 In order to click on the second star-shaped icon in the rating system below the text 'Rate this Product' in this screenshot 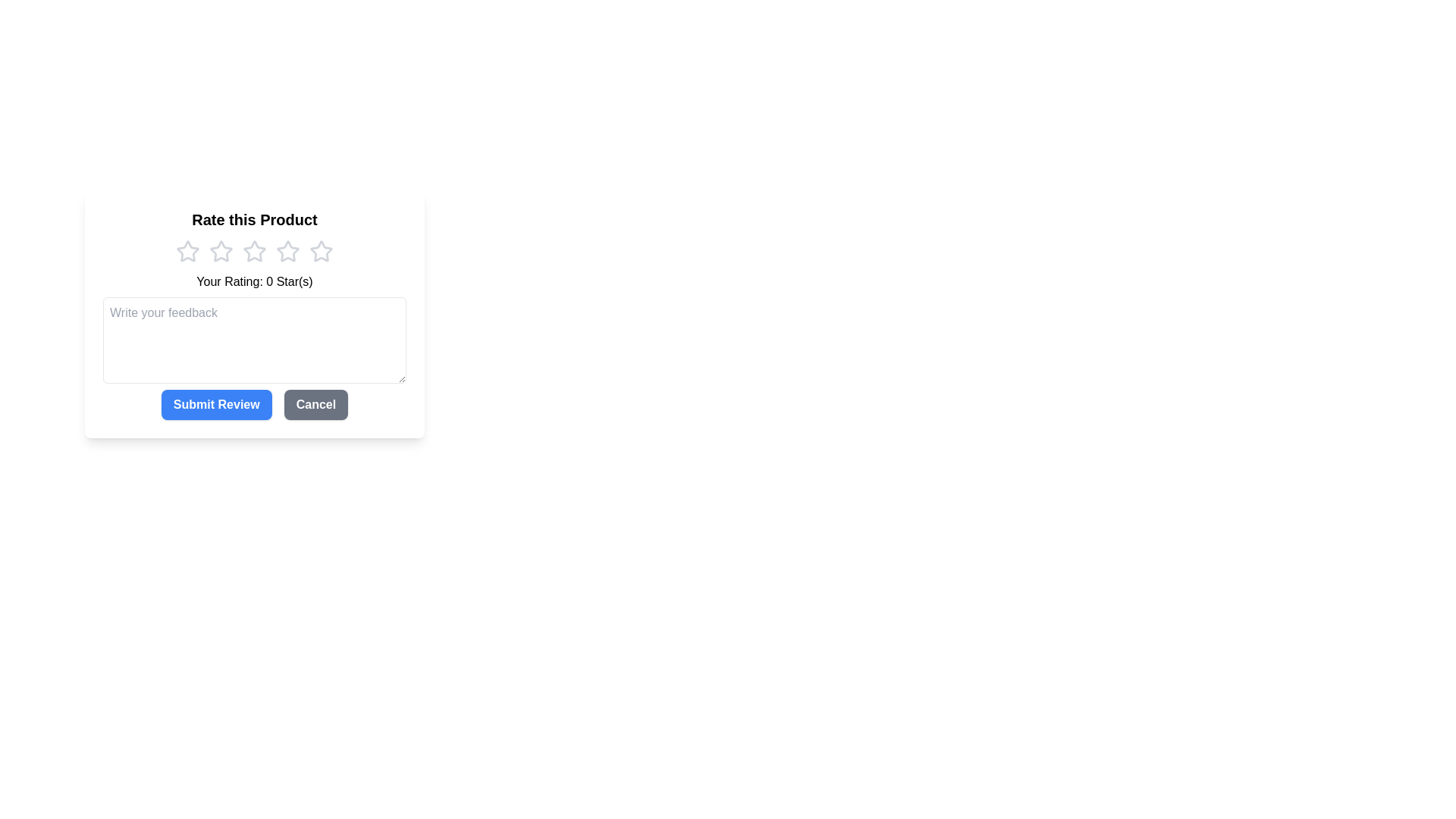, I will do `click(221, 250)`.